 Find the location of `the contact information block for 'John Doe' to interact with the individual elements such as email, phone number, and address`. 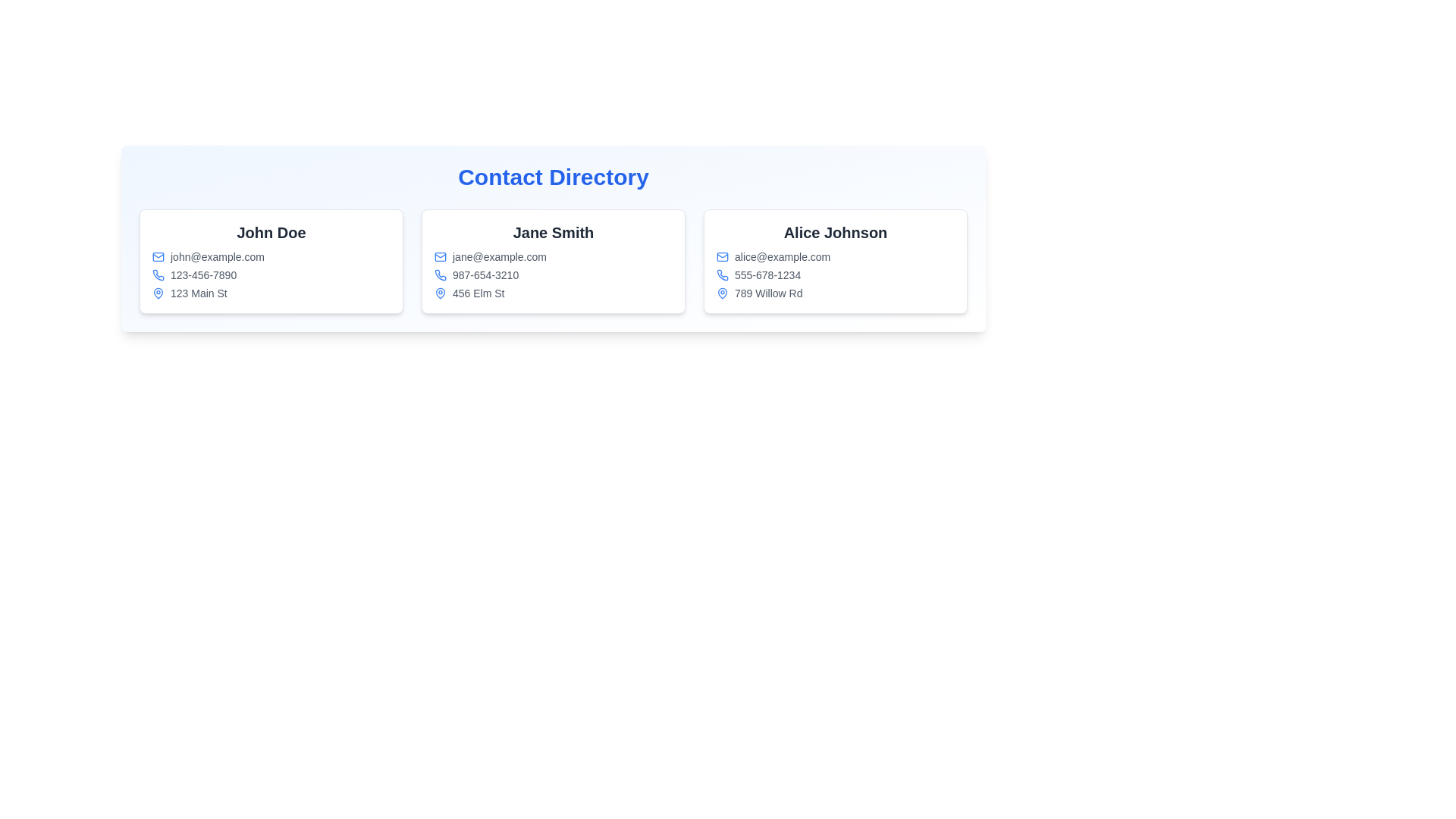

the contact information block for 'John Doe' to interact with the individual elements such as email, phone number, and address is located at coordinates (271, 275).